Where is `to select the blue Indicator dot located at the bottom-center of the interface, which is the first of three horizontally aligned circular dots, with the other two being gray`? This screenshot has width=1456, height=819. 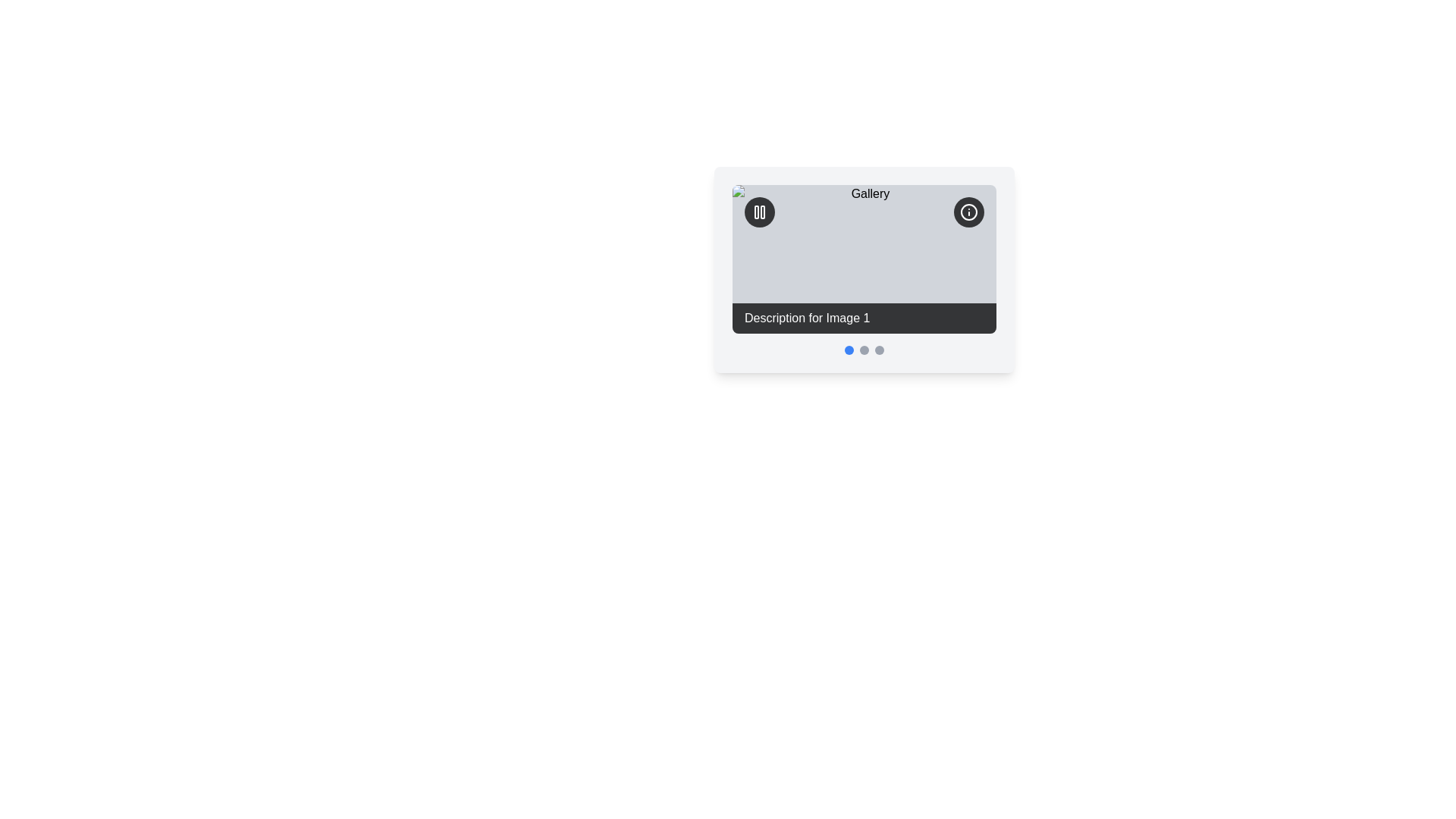
to select the blue Indicator dot located at the bottom-center of the interface, which is the first of three horizontally aligned circular dots, with the other two being gray is located at coordinates (848, 350).